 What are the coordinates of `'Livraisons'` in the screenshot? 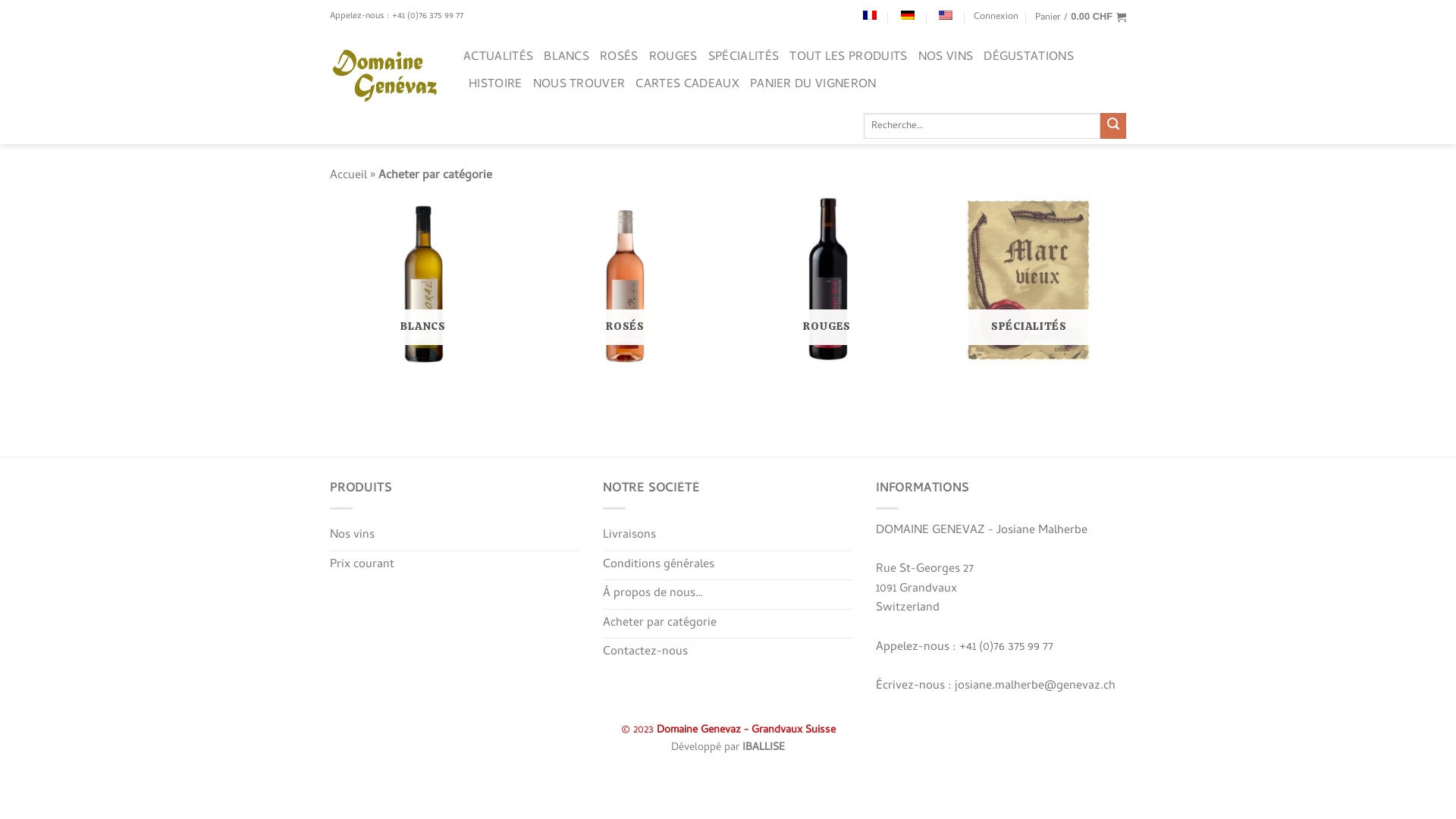 It's located at (629, 535).